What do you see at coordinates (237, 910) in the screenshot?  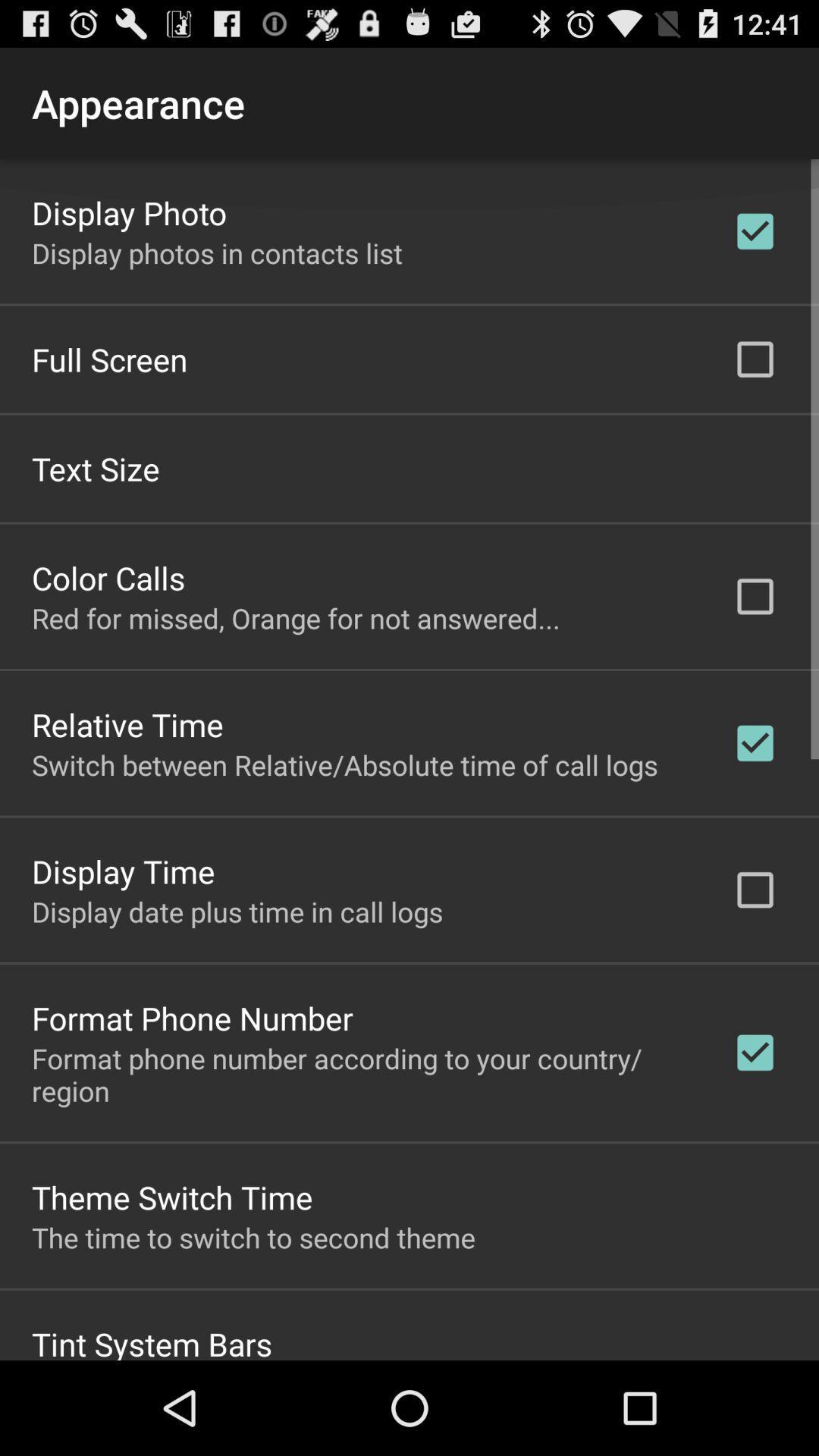 I see `the icon below display time app` at bounding box center [237, 910].